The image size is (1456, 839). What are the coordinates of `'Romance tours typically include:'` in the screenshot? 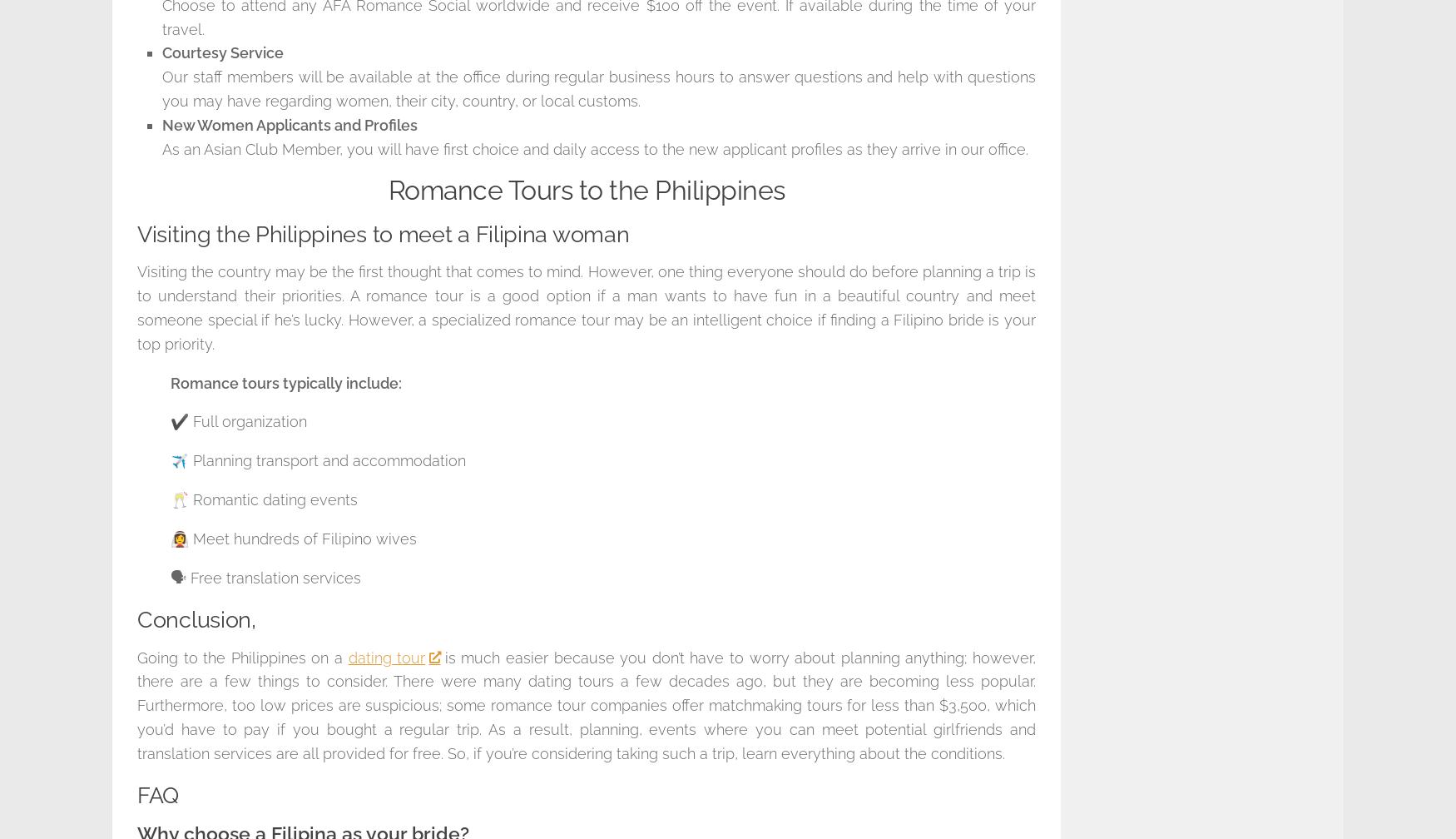 It's located at (286, 382).